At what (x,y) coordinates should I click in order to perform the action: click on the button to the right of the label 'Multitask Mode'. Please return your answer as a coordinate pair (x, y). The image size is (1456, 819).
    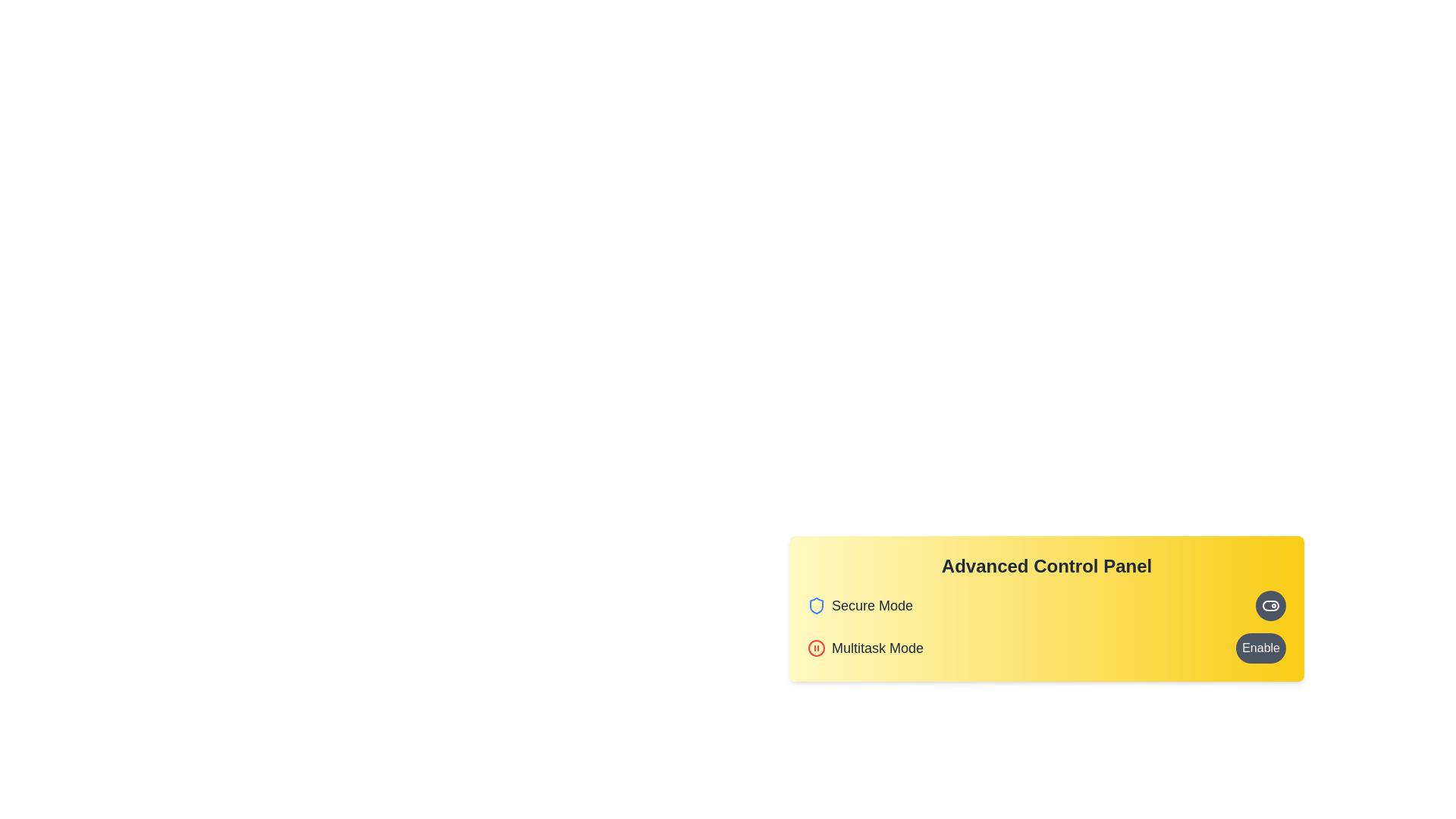
    Looking at the image, I should click on (1260, 648).